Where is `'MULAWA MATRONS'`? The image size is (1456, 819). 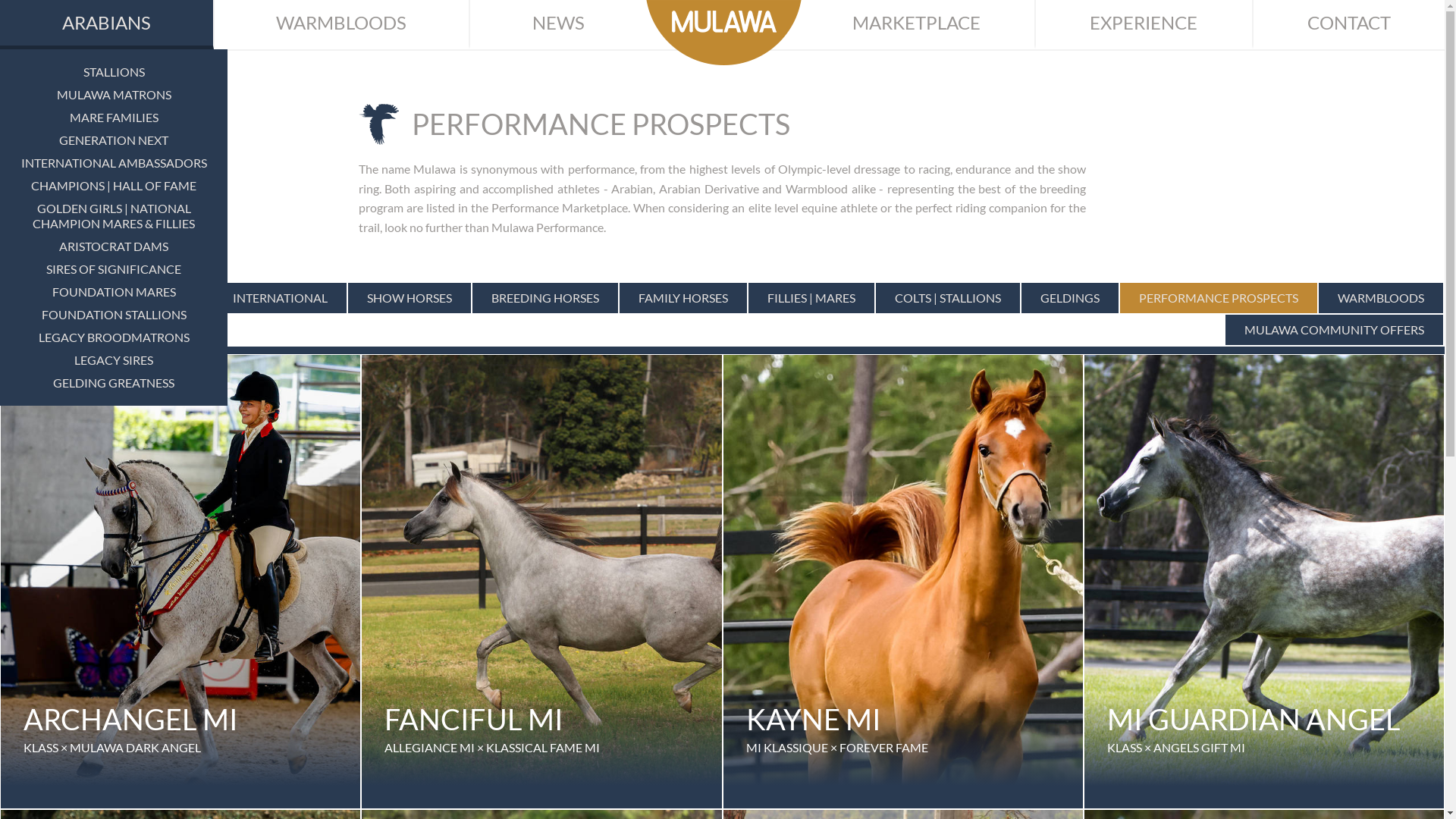 'MULAWA MATRONS' is located at coordinates (112, 94).